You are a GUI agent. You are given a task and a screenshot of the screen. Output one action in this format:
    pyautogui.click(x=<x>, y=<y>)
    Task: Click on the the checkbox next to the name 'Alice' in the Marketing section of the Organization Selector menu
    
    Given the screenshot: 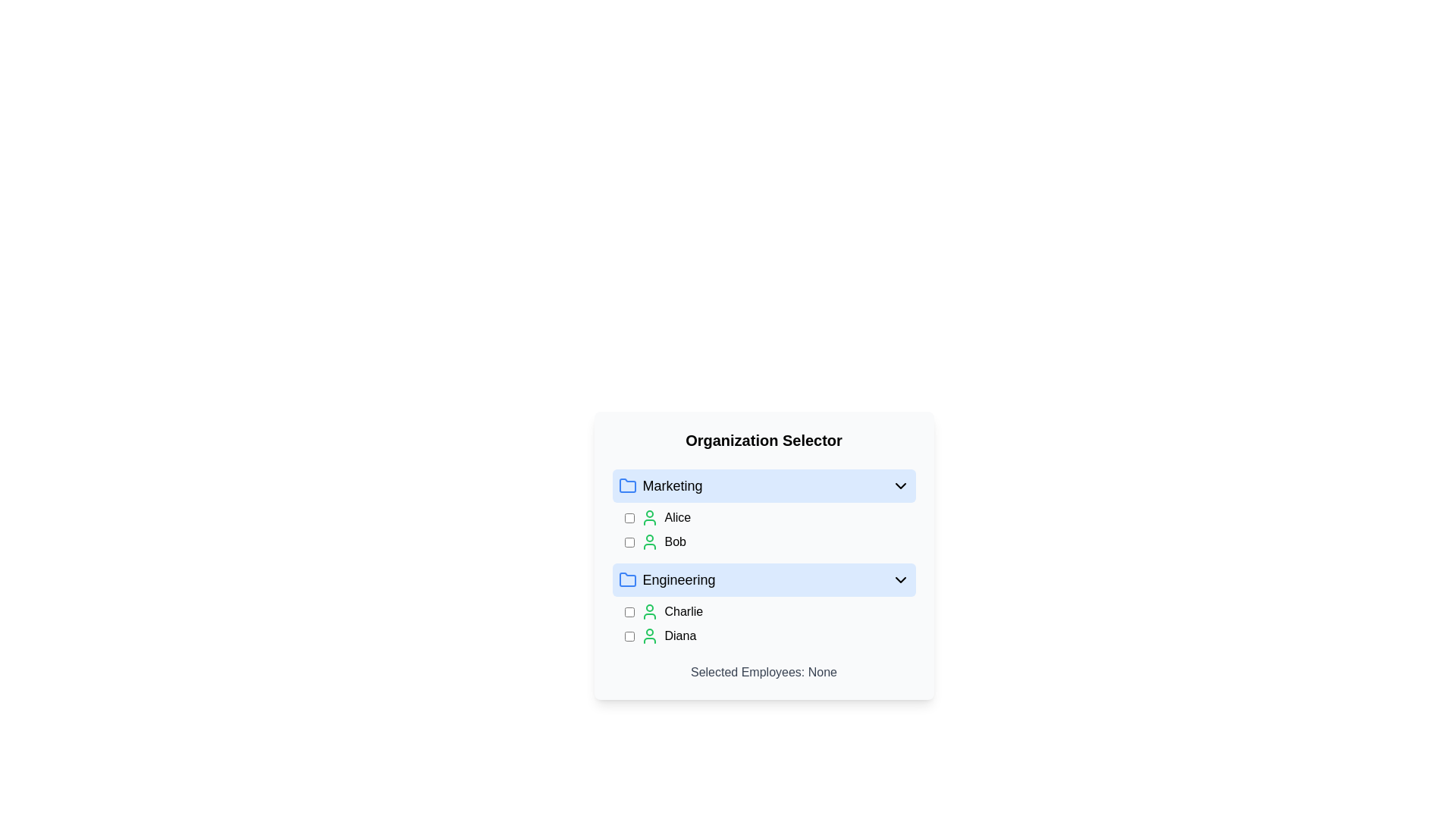 What is the action you would take?
    pyautogui.click(x=764, y=529)
    